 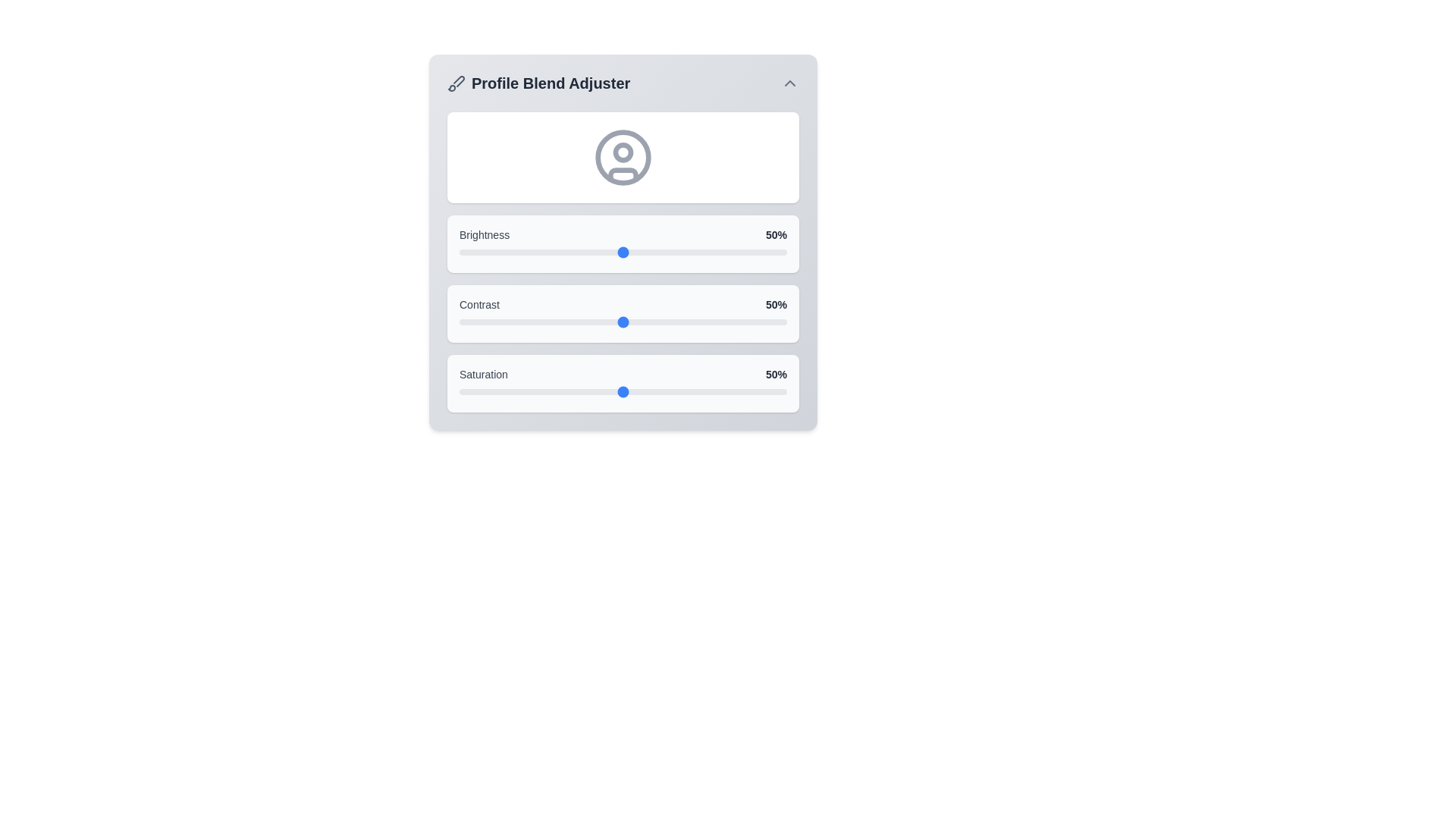 What do you see at coordinates (623, 158) in the screenshot?
I see `the outermost circular SVG graphical element of the user profile icon located below the 'Profile Blend Adjuster' header` at bounding box center [623, 158].